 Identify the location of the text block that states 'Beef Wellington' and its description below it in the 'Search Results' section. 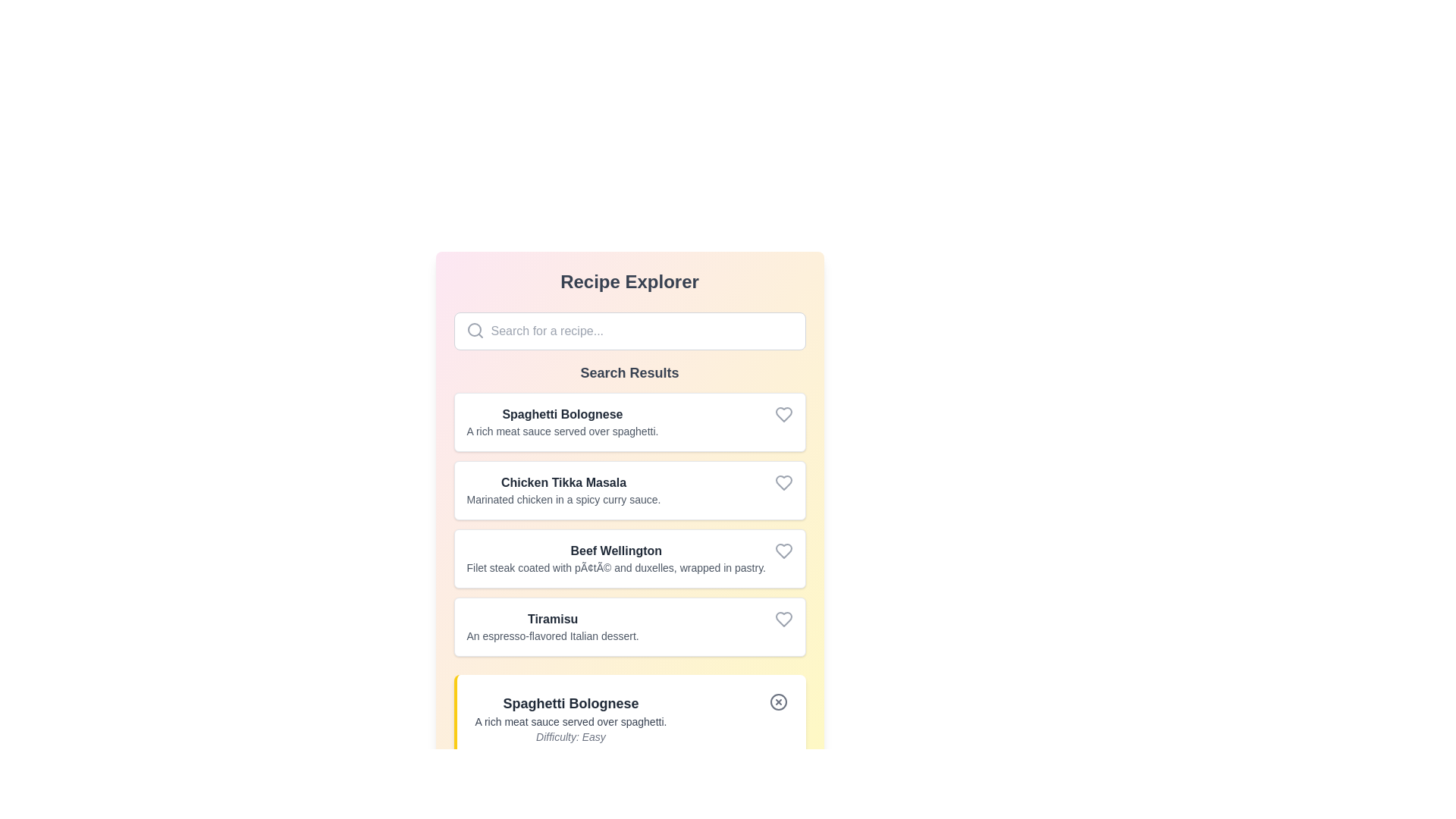
(616, 558).